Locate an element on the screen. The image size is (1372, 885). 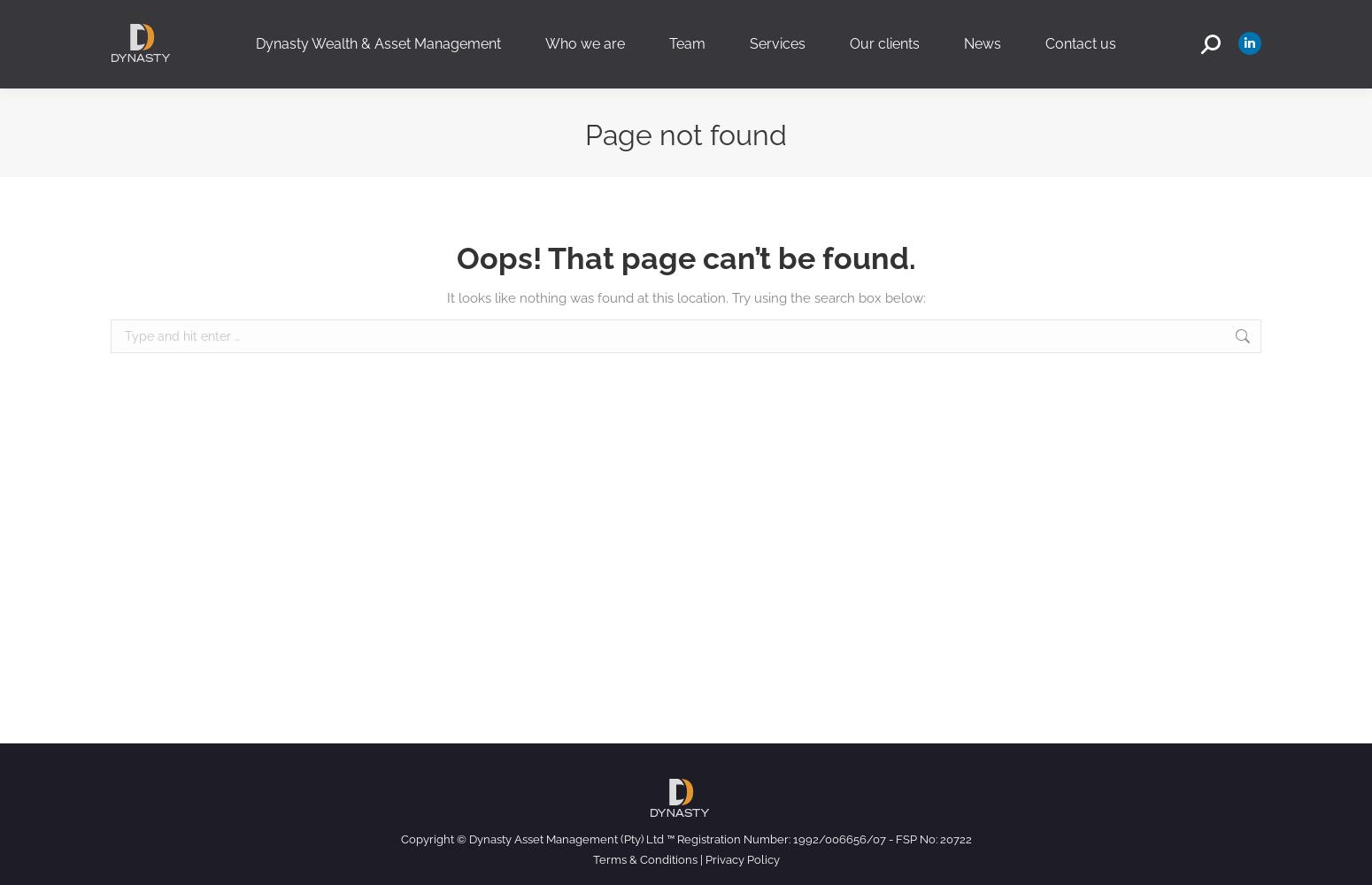
'Dynasty Wealth & Asset Management' is located at coordinates (377, 43).